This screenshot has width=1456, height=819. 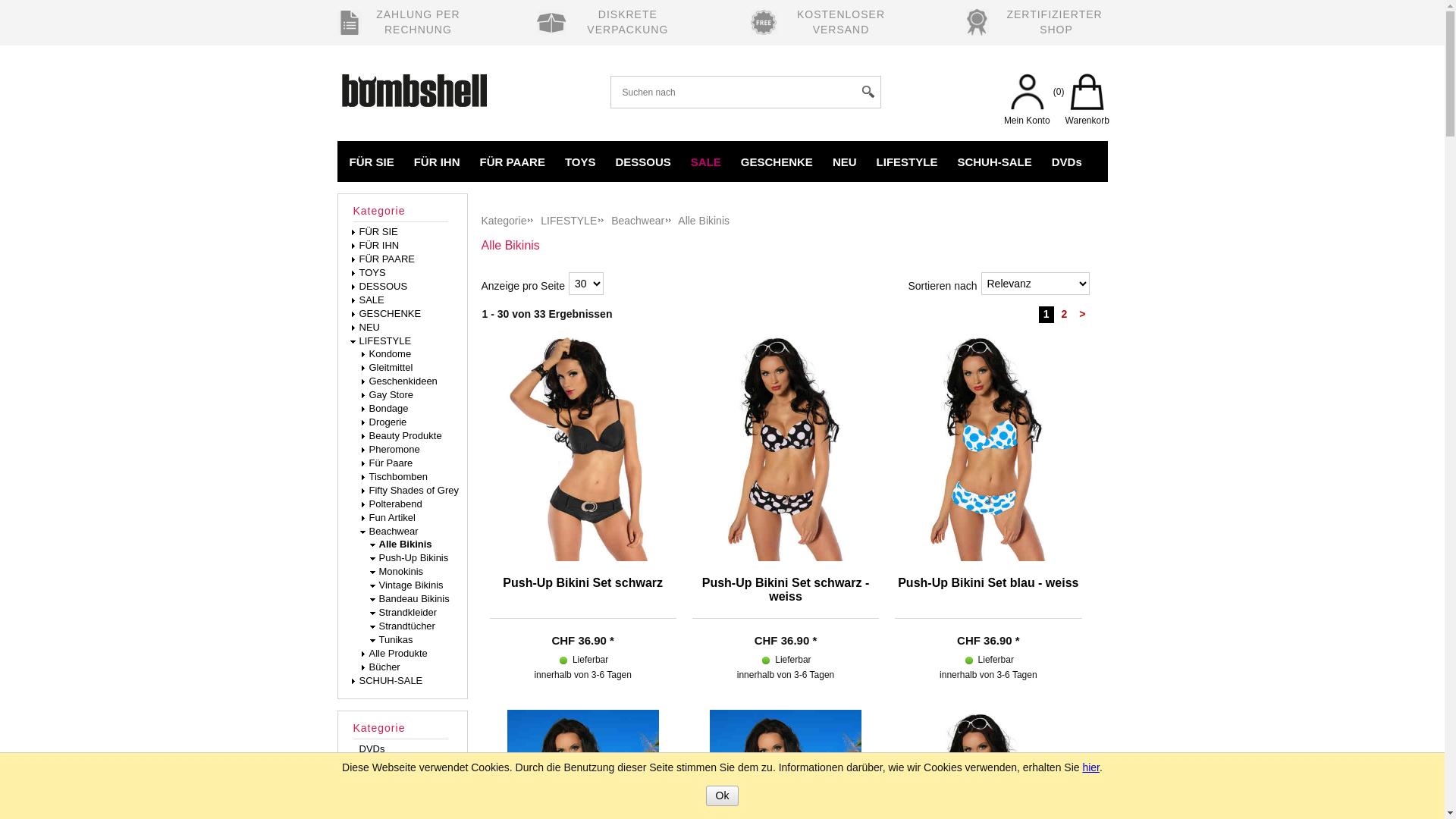 What do you see at coordinates (399, 475) in the screenshot?
I see `' Tischbomben'` at bounding box center [399, 475].